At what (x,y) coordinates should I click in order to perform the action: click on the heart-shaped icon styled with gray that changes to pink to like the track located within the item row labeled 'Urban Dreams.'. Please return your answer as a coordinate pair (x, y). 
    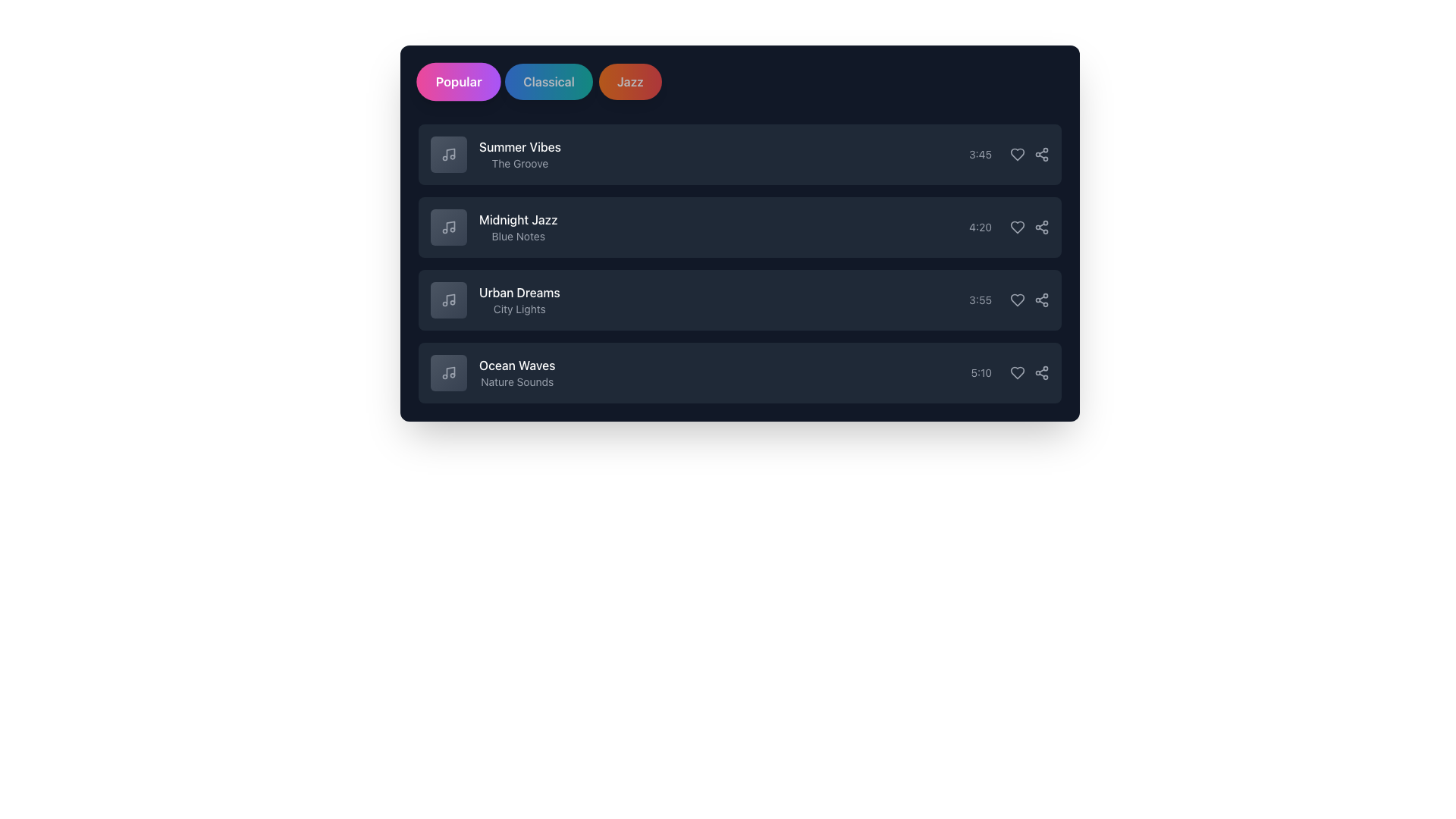
    Looking at the image, I should click on (1018, 300).